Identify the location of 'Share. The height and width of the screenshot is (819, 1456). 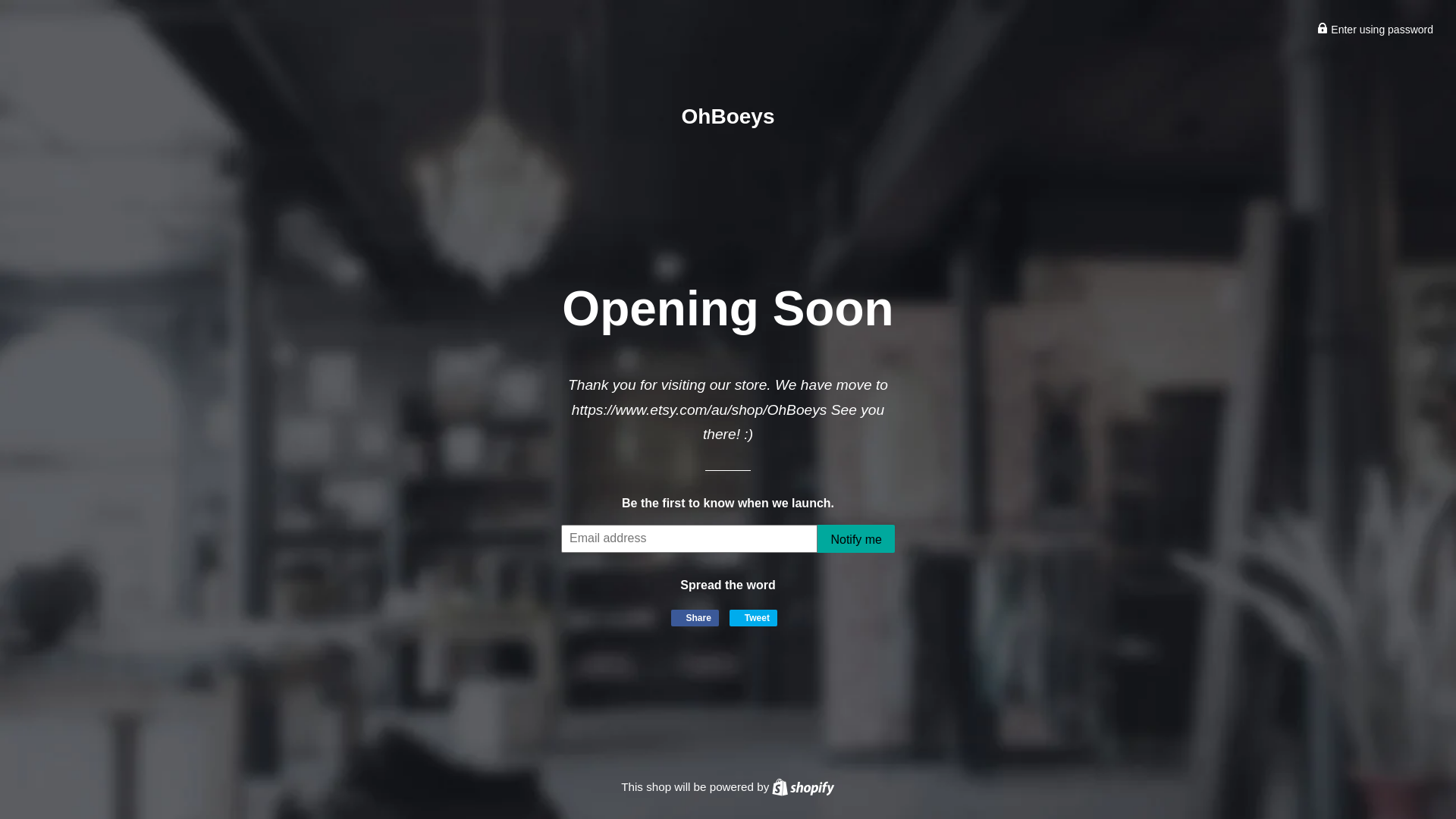
(694, 617).